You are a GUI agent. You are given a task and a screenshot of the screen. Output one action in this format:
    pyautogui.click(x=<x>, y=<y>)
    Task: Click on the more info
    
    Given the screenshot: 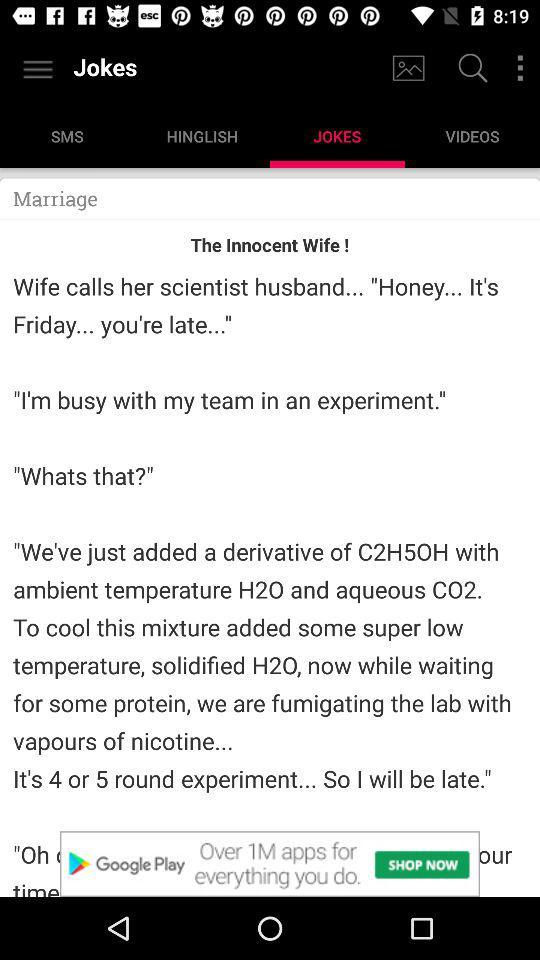 What is the action you would take?
    pyautogui.click(x=520, y=68)
    